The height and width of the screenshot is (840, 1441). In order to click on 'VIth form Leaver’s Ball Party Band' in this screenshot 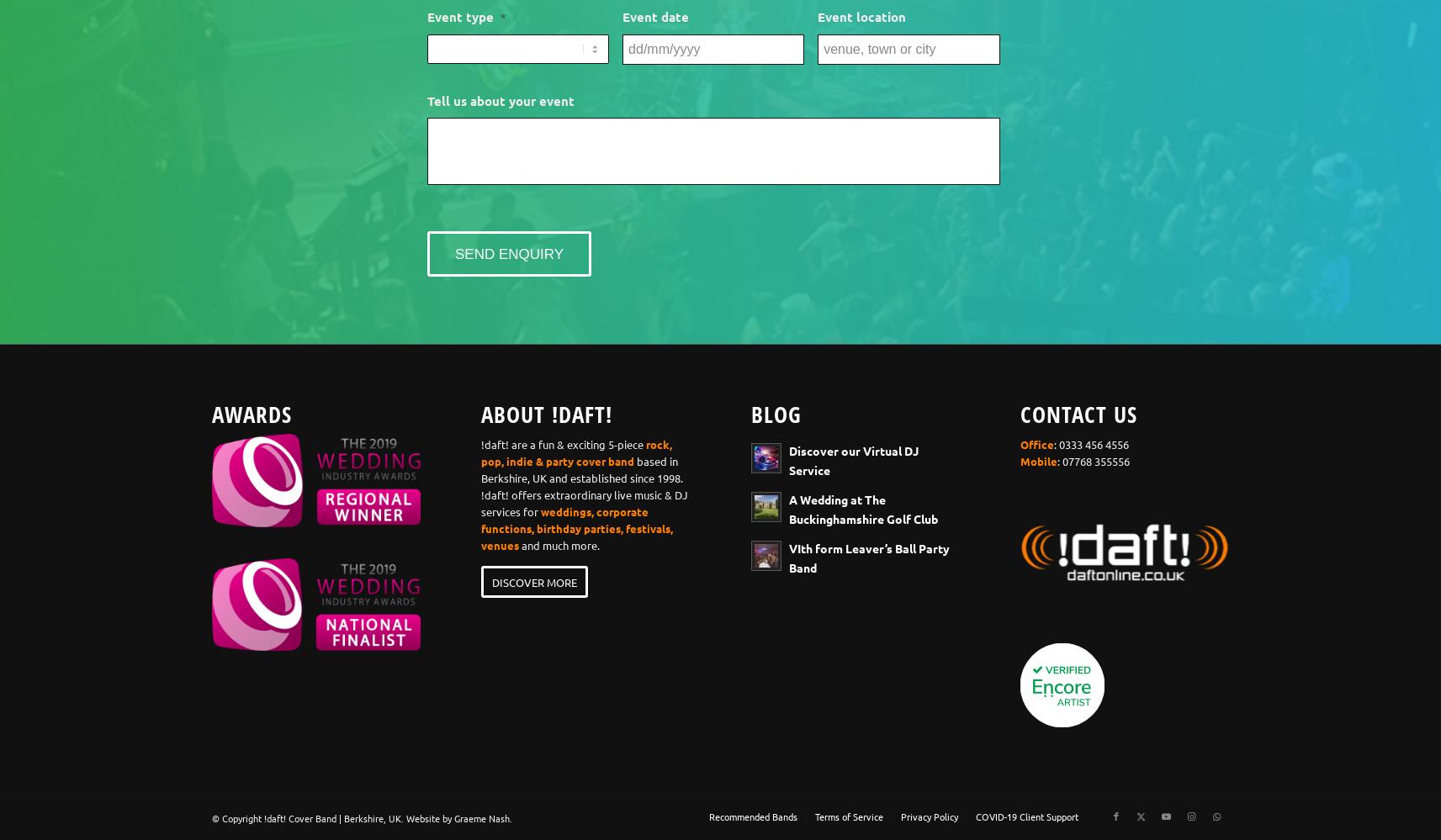, I will do `click(867, 557)`.